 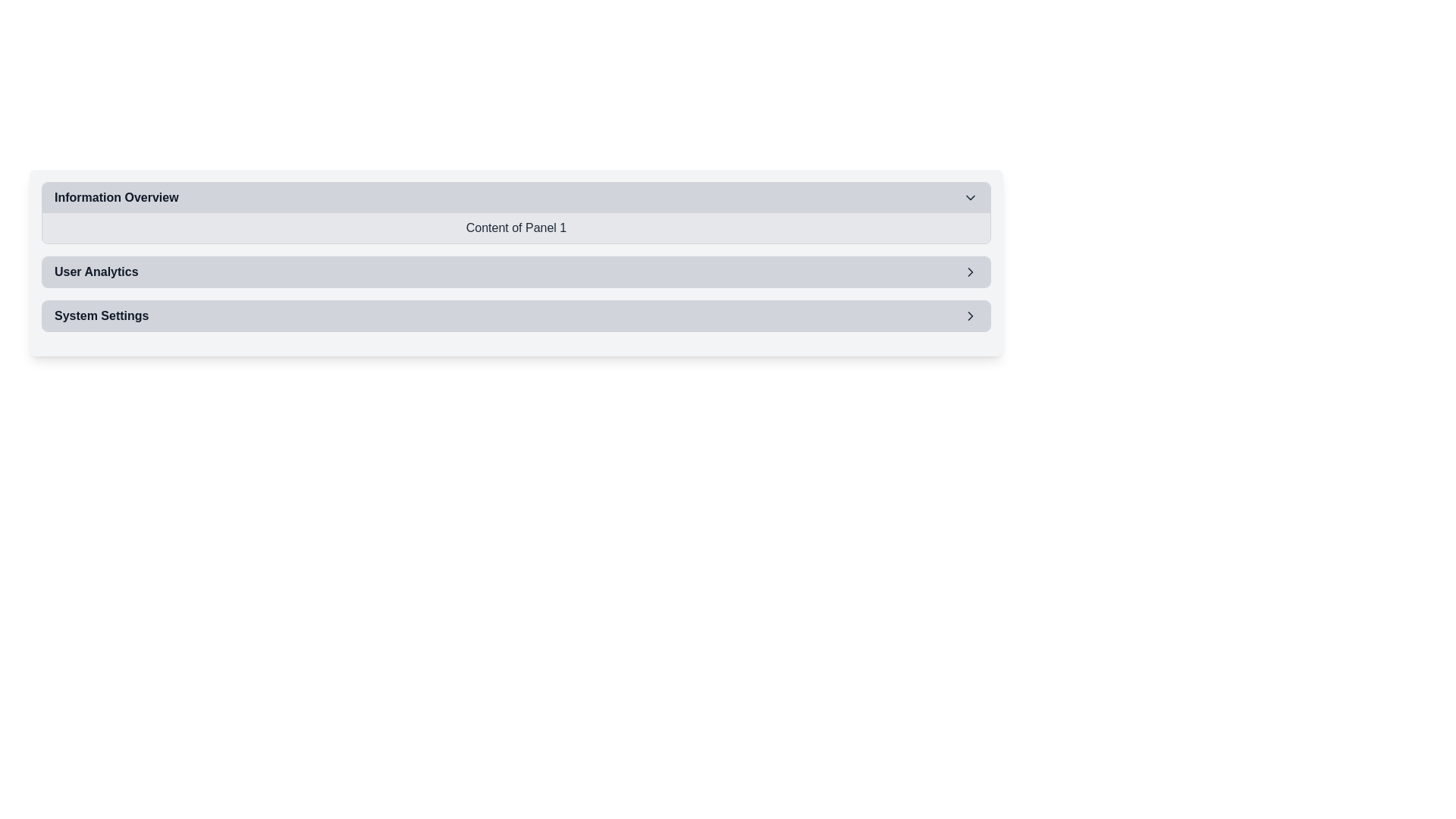 What do you see at coordinates (516, 315) in the screenshot?
I see `the Button for navigating to 'System Settings'` at bounding box center [516, 315].